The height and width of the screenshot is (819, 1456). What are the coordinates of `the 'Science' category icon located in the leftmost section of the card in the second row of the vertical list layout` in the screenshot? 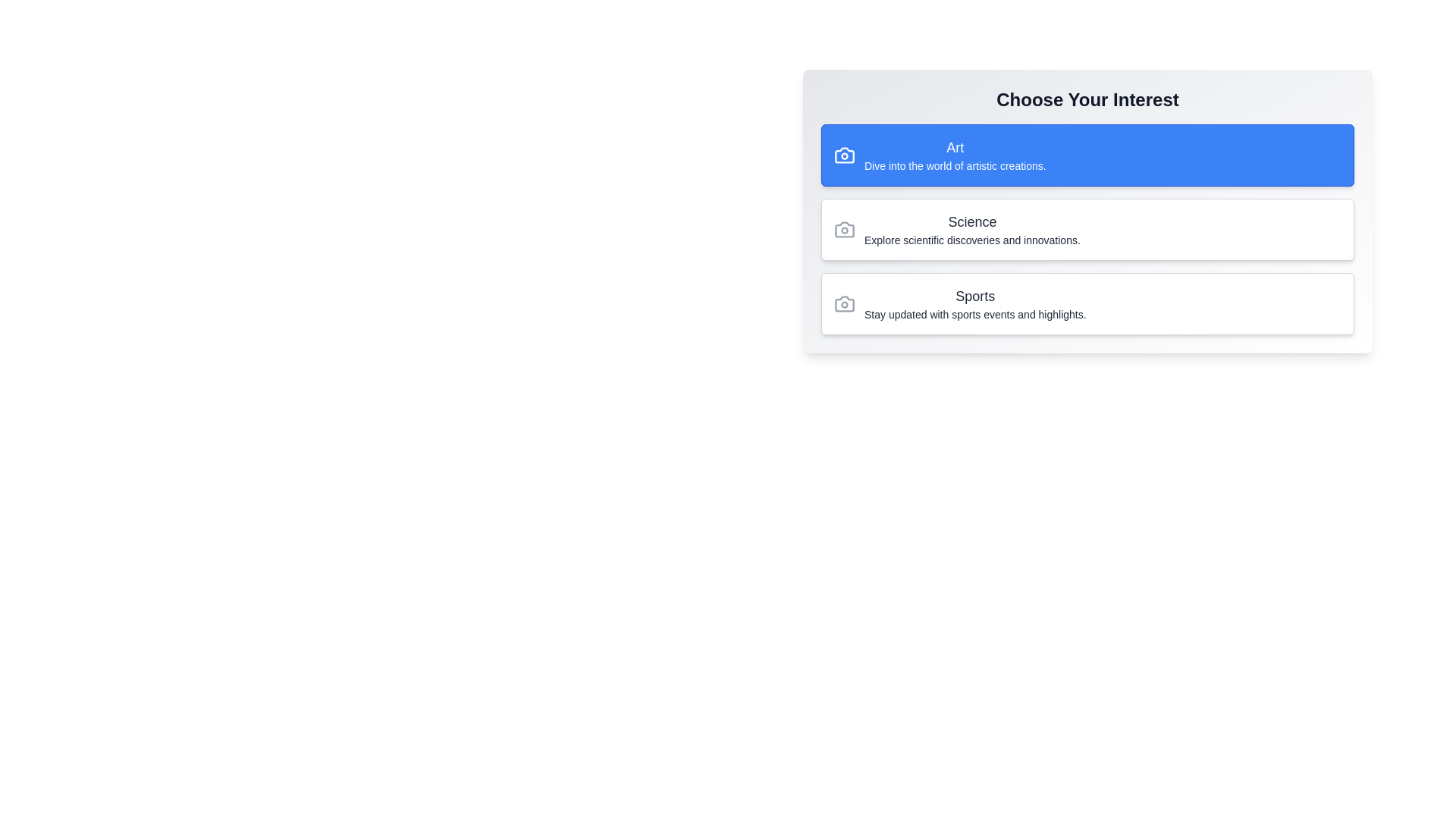 It's located at (843, 230).